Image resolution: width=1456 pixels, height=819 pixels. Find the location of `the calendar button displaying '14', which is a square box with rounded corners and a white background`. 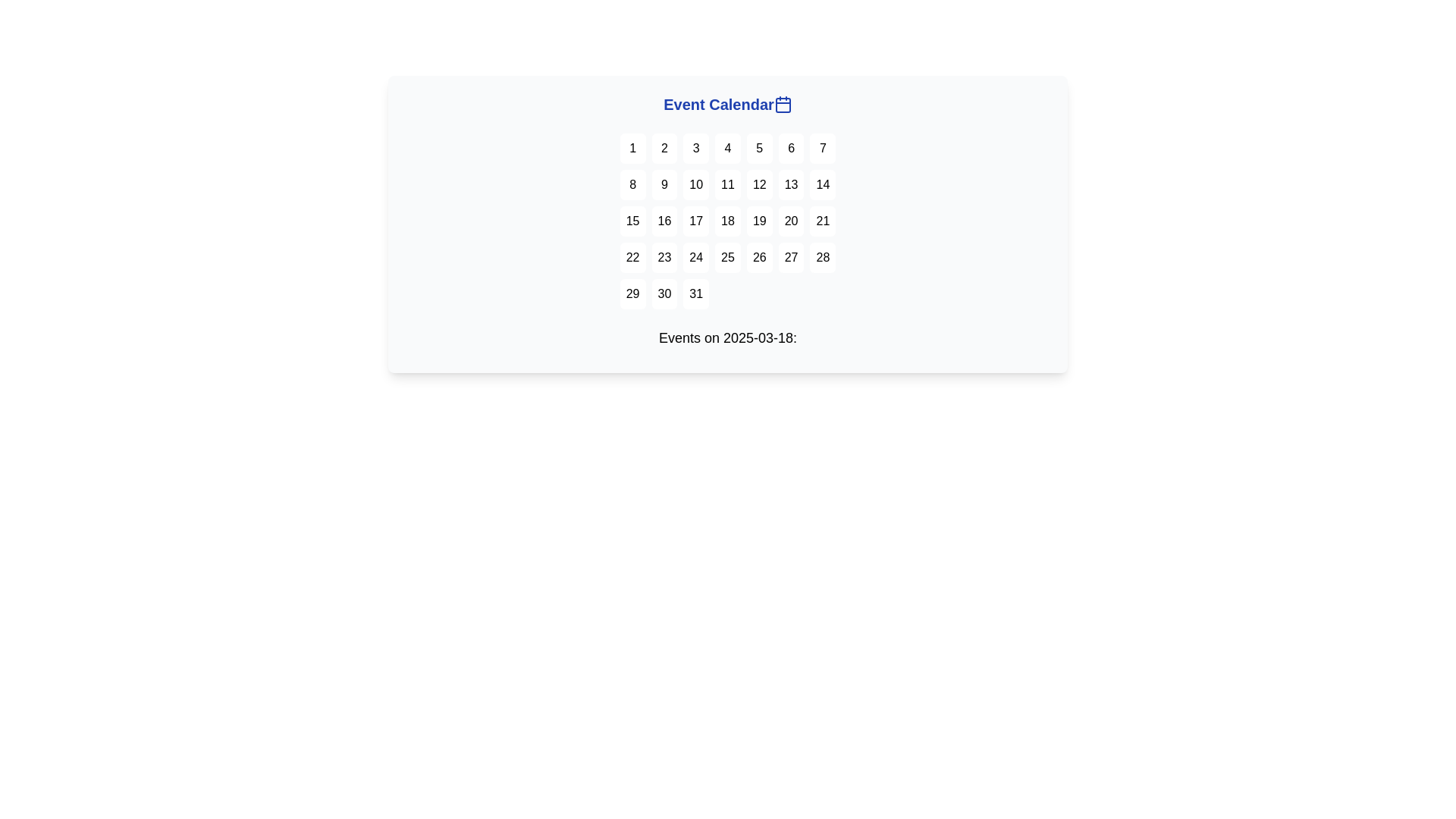

the calendar button displaying '14', which is a square box with rounded corners and a white background is located at coordinates (822, 184).